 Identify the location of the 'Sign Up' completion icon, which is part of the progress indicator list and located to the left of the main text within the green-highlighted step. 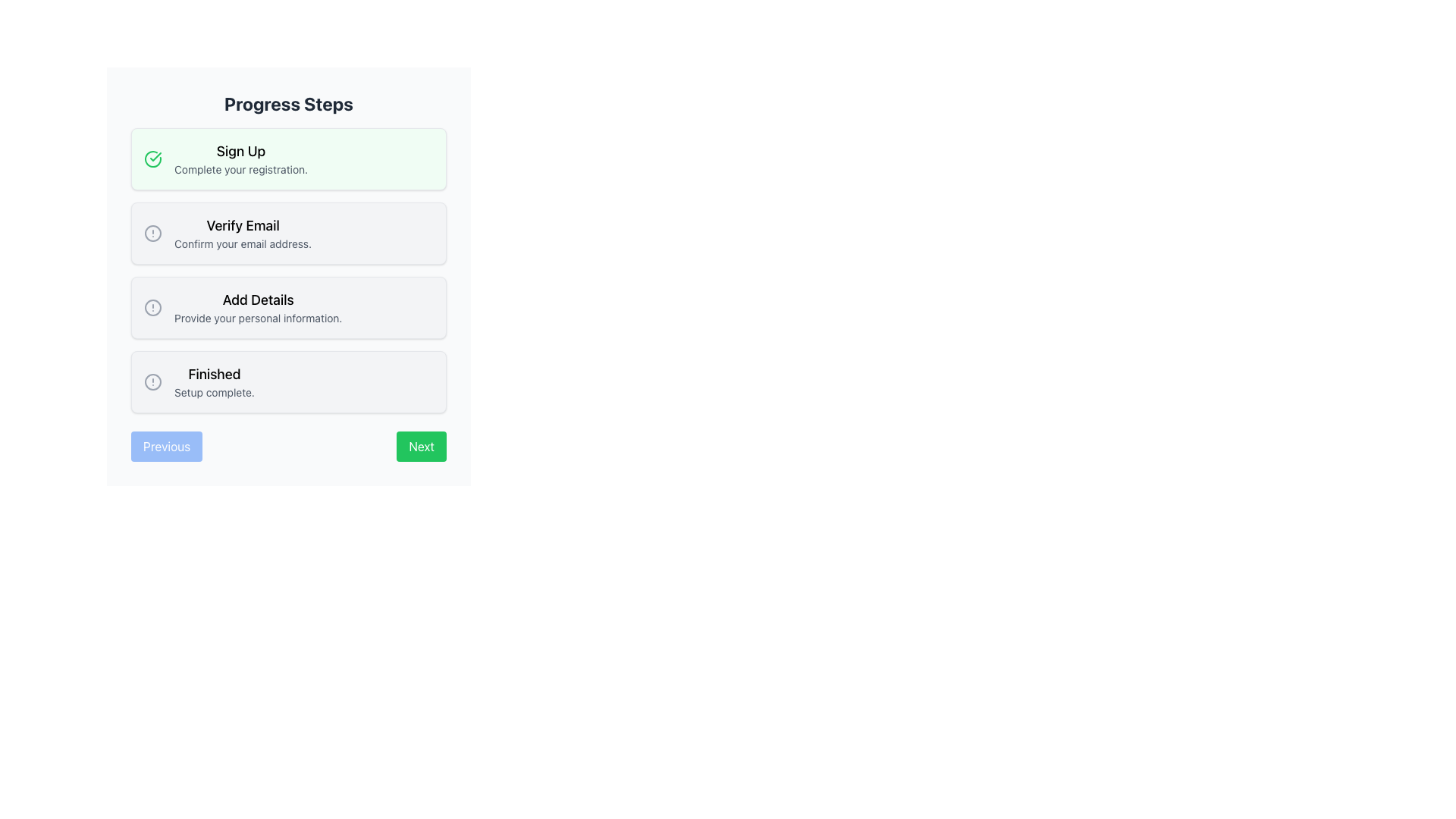
(155, 157).